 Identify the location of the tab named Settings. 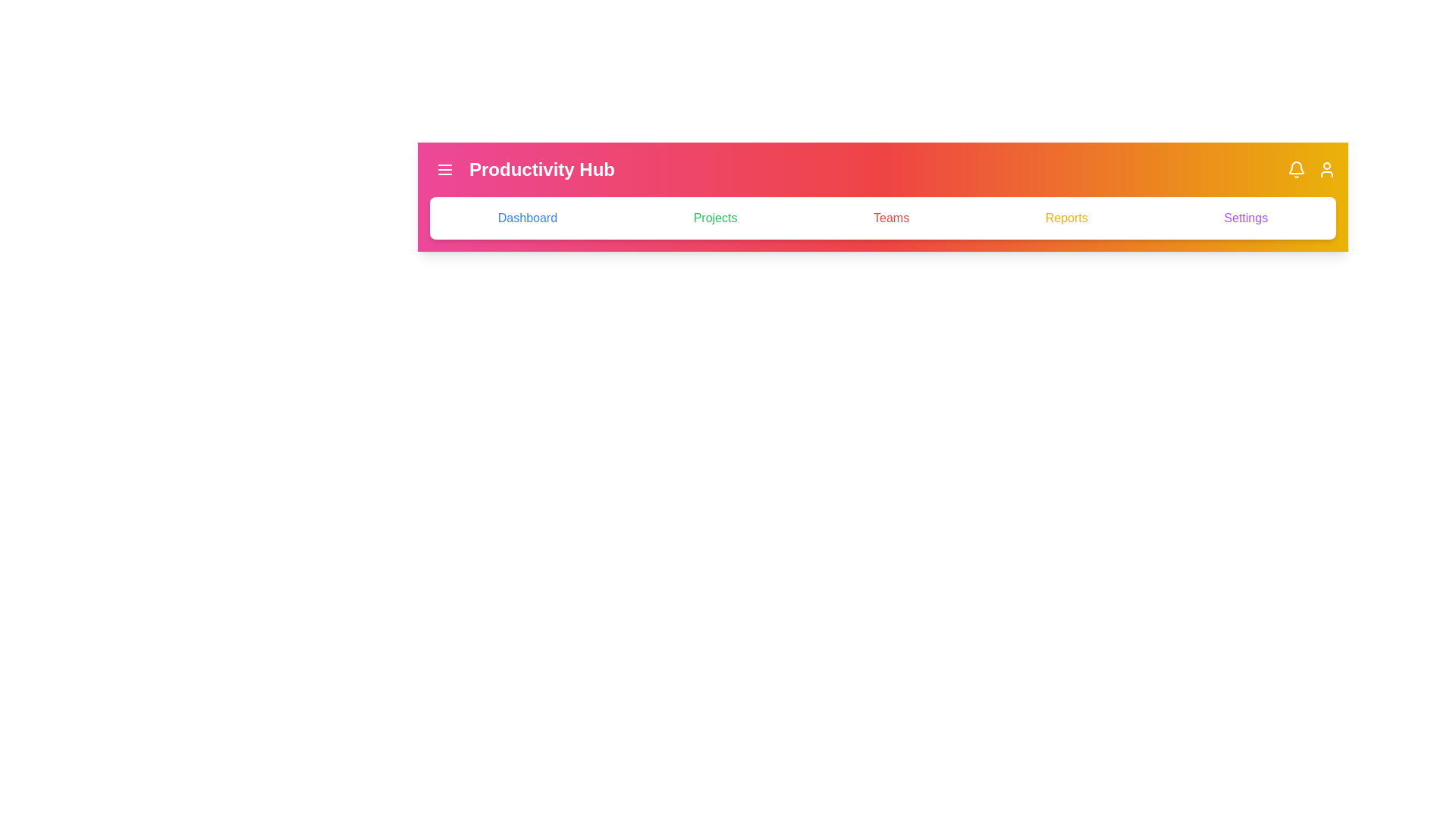
(1246, 218).